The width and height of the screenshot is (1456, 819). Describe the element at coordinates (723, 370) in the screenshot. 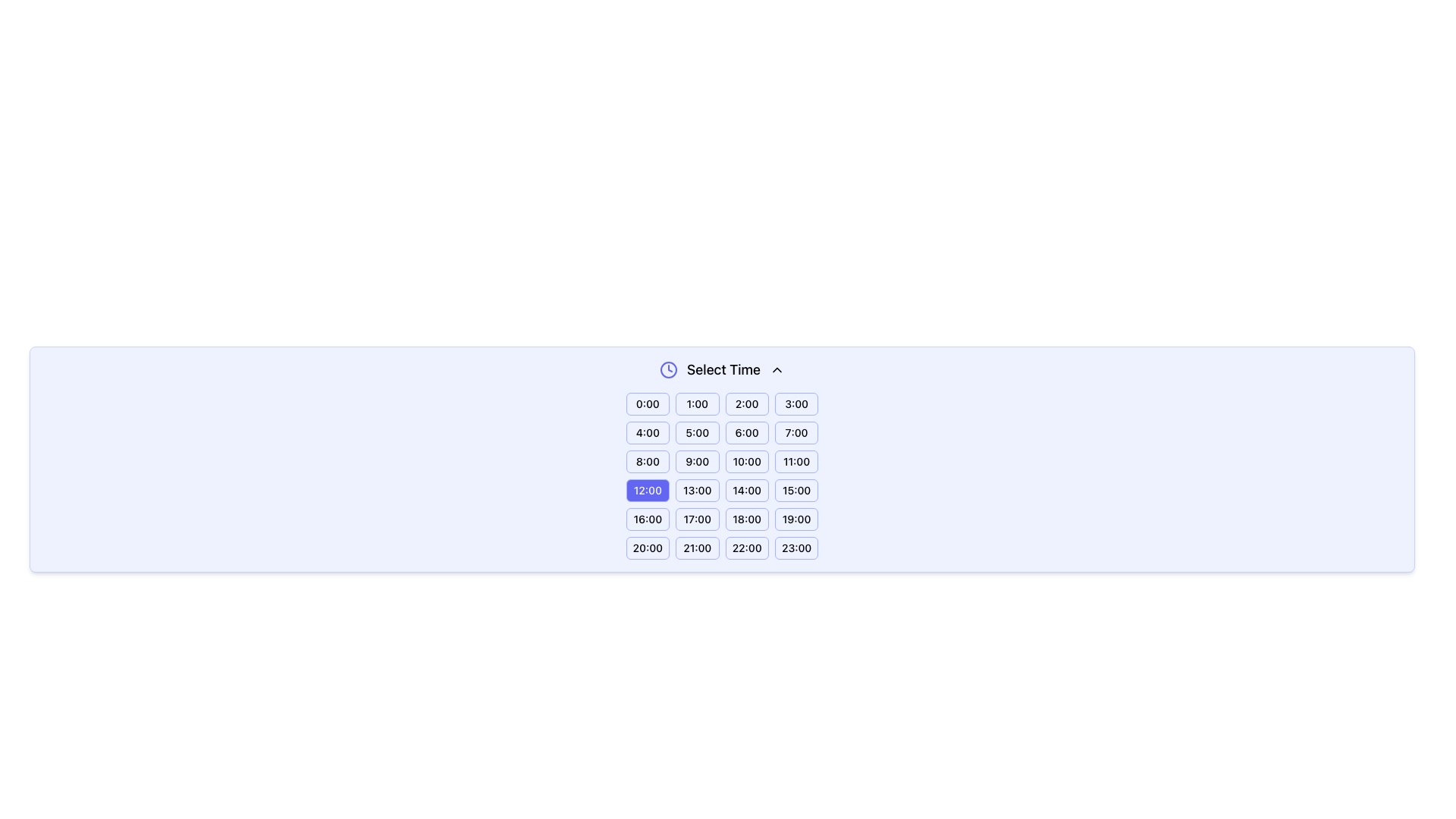

I see `the Text Label that provides context for the dropdown interaction, located between a clock icon and a downward chevron icon` at that location.